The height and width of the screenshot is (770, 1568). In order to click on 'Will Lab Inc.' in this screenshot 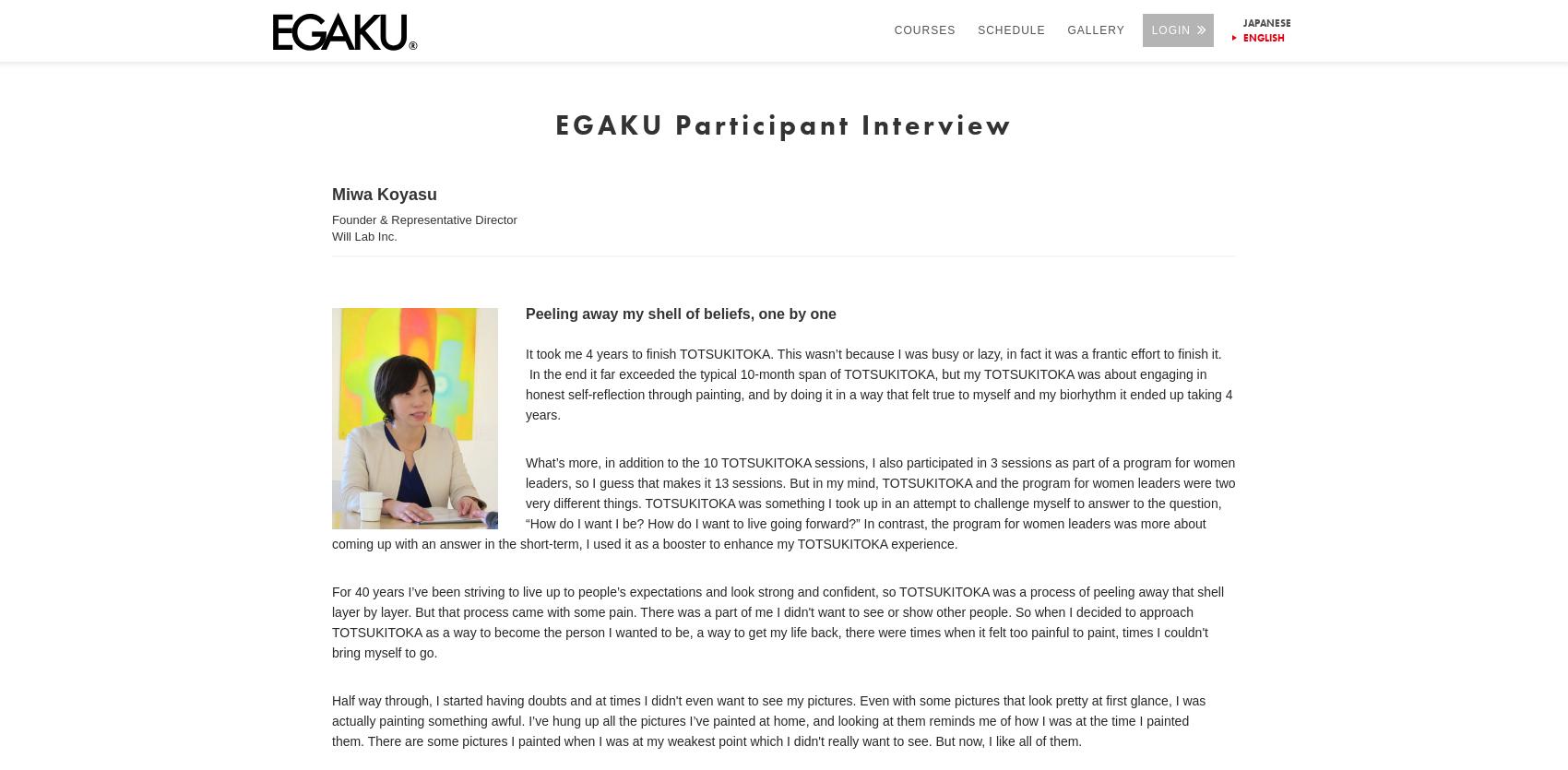, I will do `click(363, 235)`.